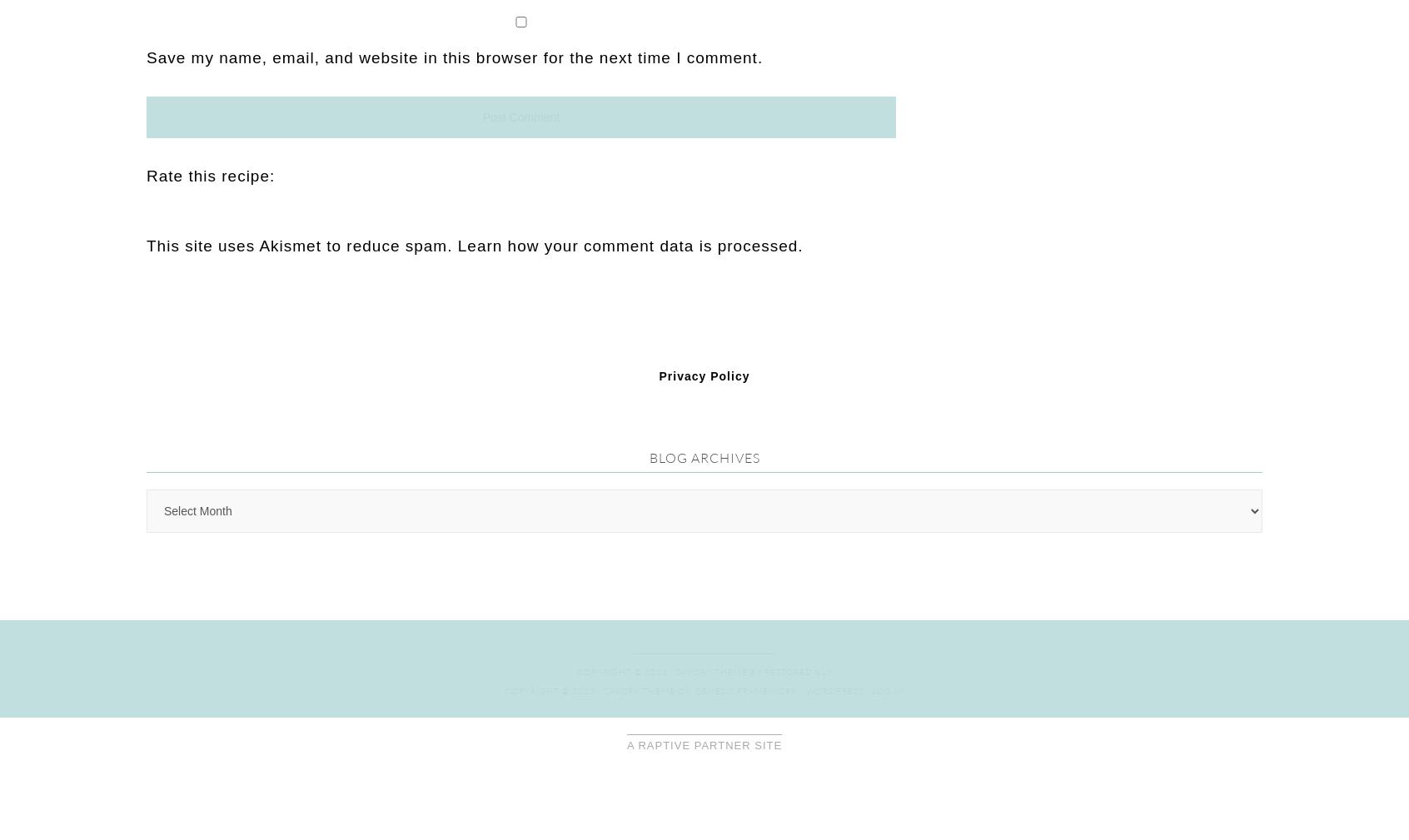  I want to click on 'Copyright © 2023 ·', so click(625, 299).